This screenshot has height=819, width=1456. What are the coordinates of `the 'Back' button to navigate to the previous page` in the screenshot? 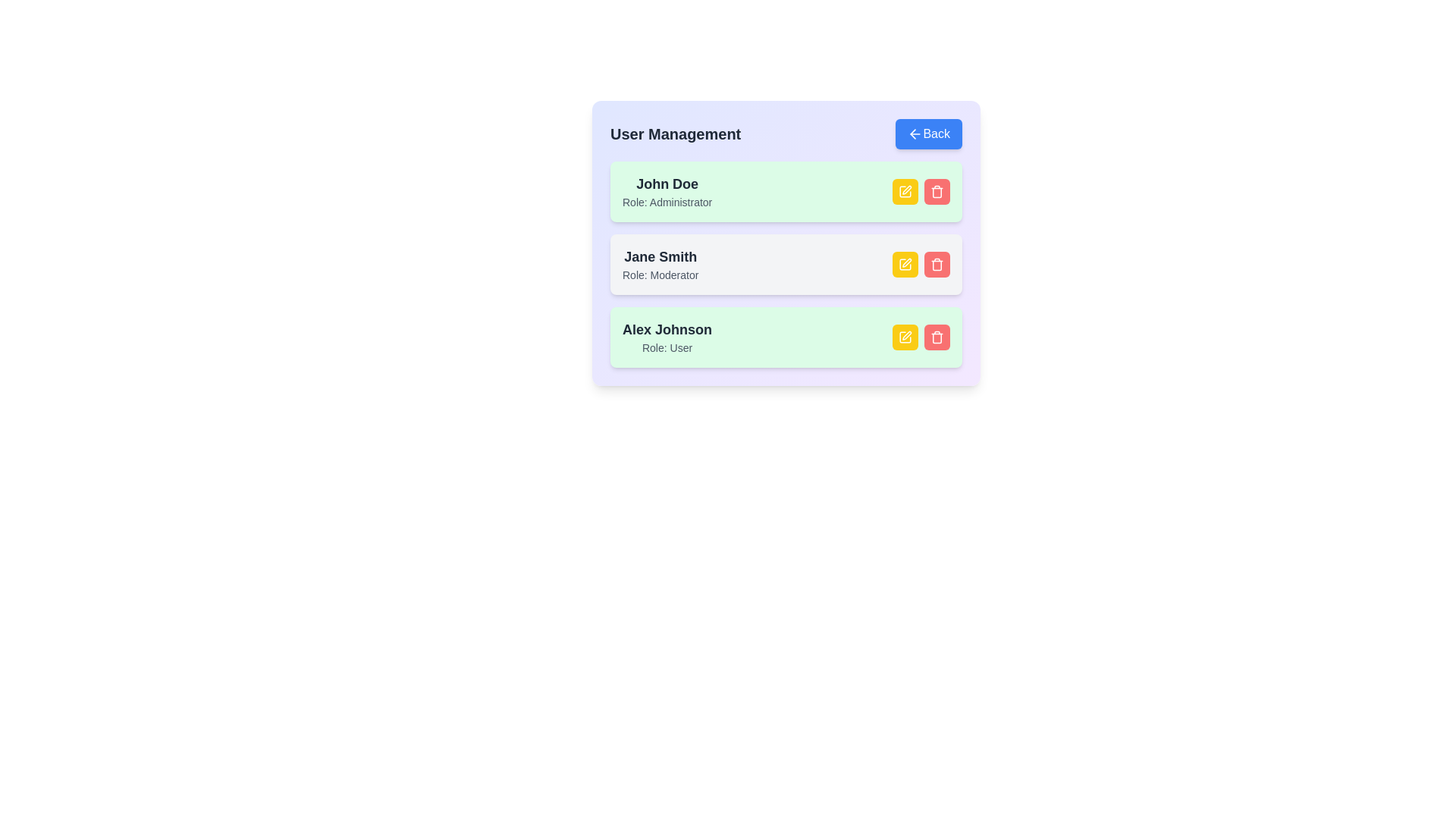 It's located at (927, 133).